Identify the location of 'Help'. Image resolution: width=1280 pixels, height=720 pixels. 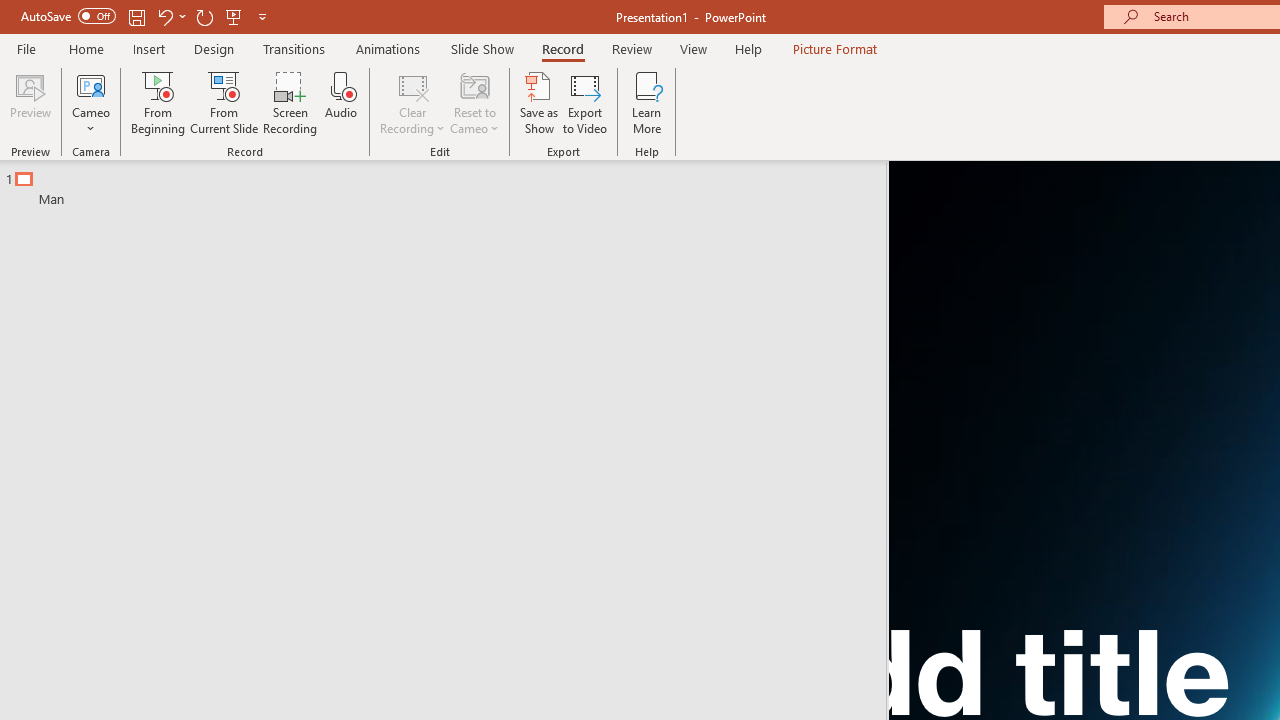
(747, 48).